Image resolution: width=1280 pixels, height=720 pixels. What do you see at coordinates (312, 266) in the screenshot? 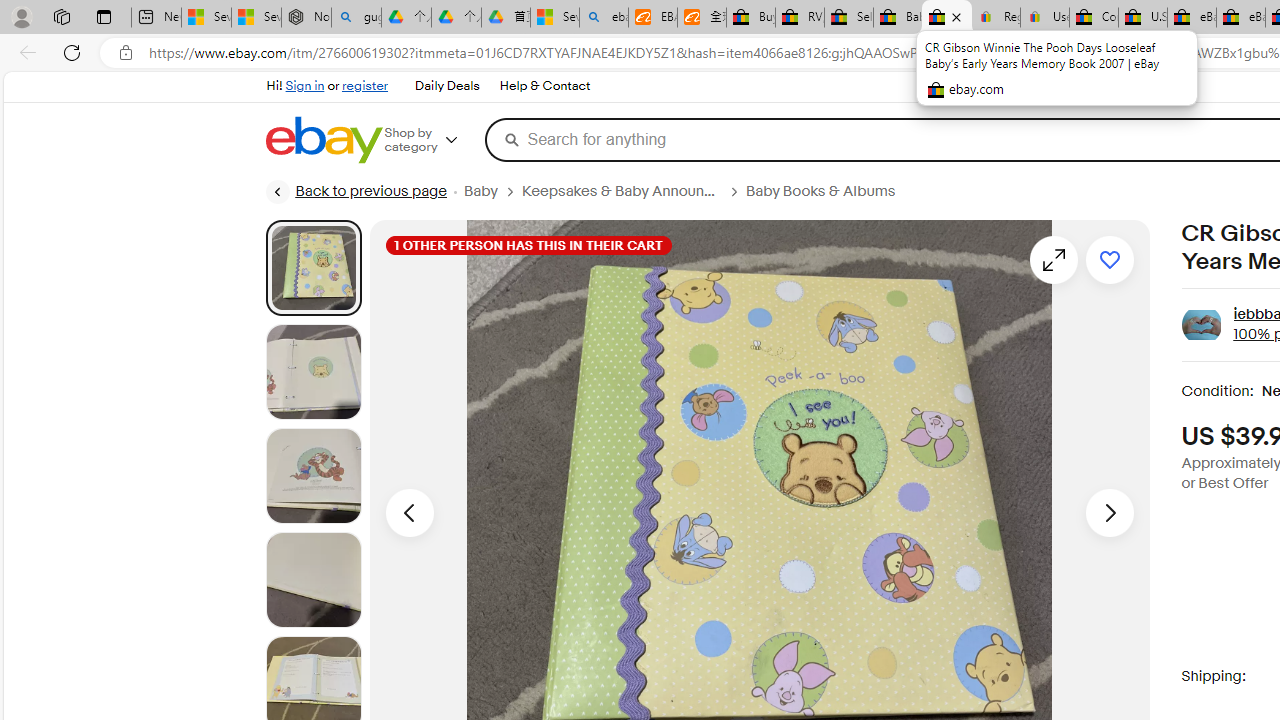
I see `'Picture 1 of 22'` at bounding box center [312, 266].